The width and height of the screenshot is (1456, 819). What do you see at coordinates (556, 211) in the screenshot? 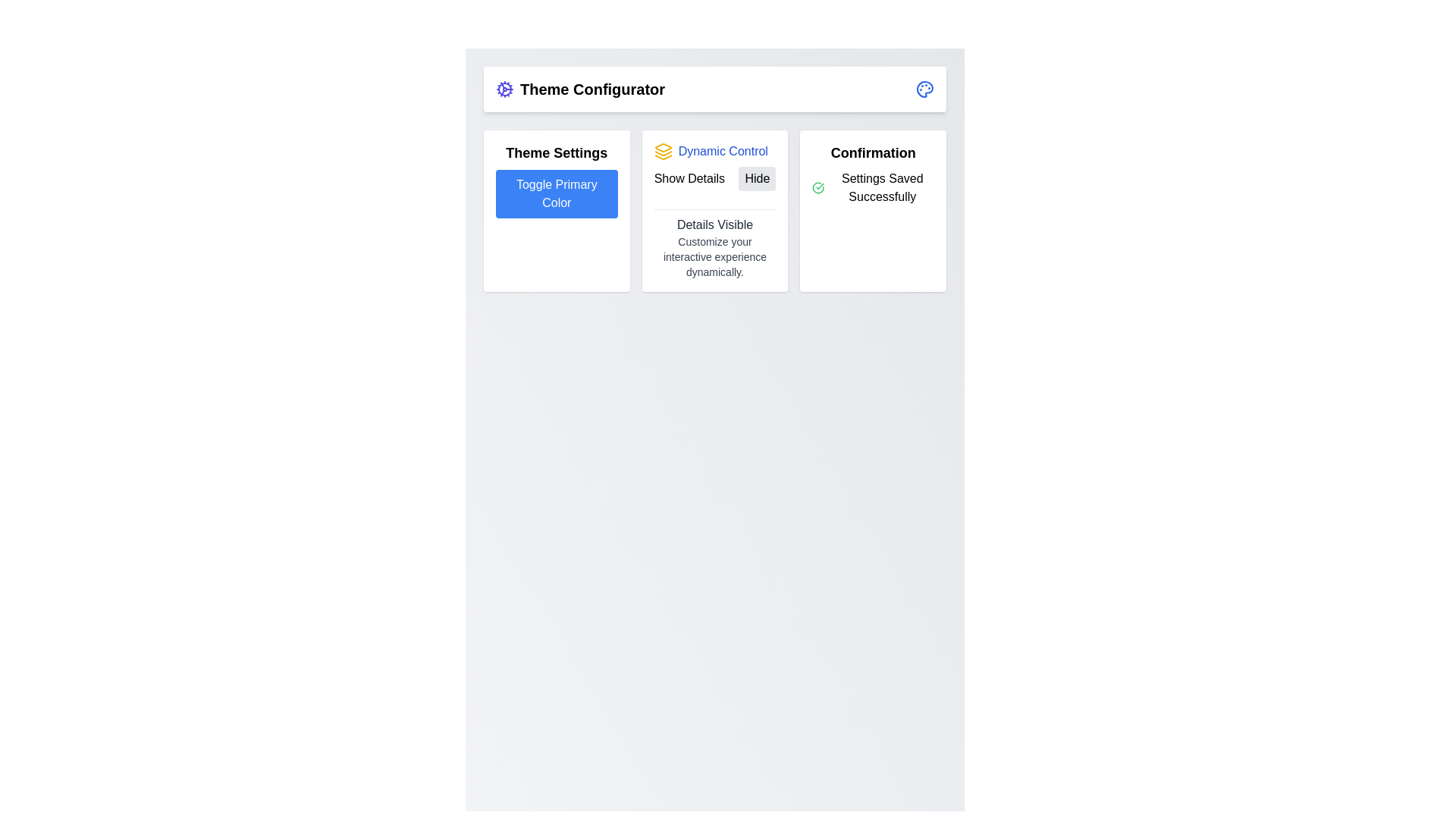
I see `the interactable button located in the top-left corner of the card layout` at bounding box center [556, 211].